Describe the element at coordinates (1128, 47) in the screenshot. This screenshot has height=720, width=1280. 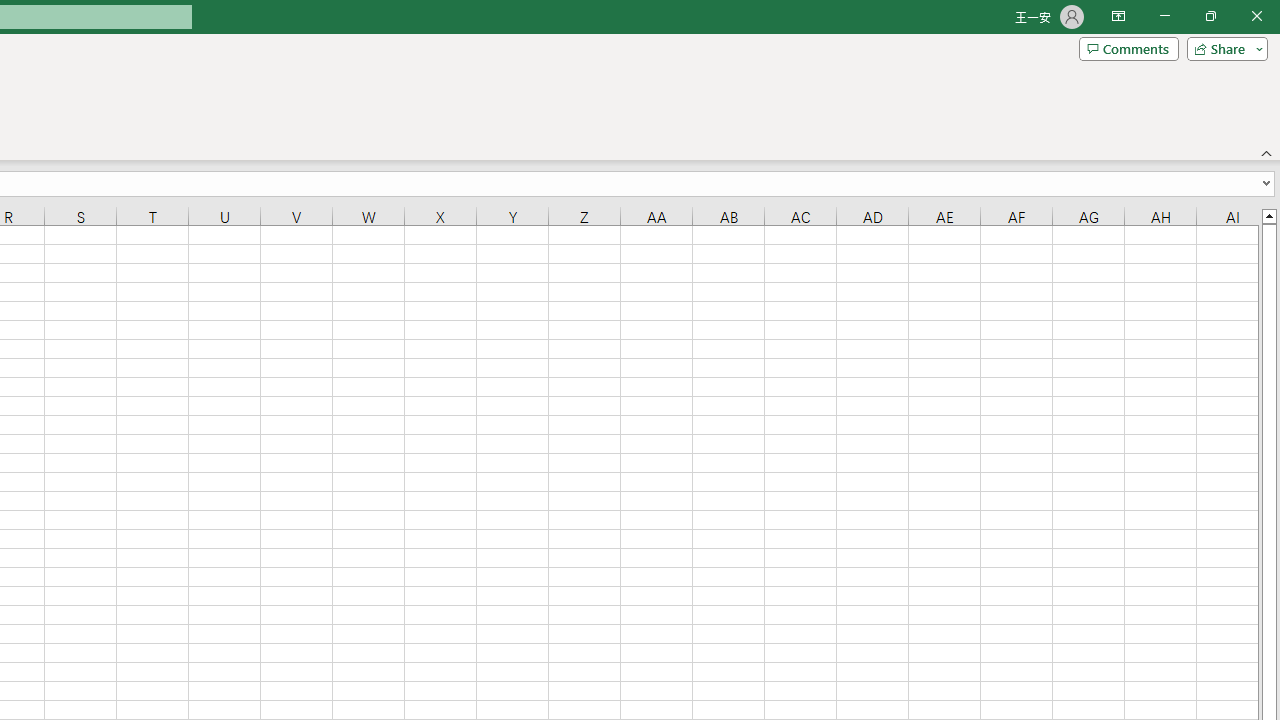
I see `'Comments'` at that location.